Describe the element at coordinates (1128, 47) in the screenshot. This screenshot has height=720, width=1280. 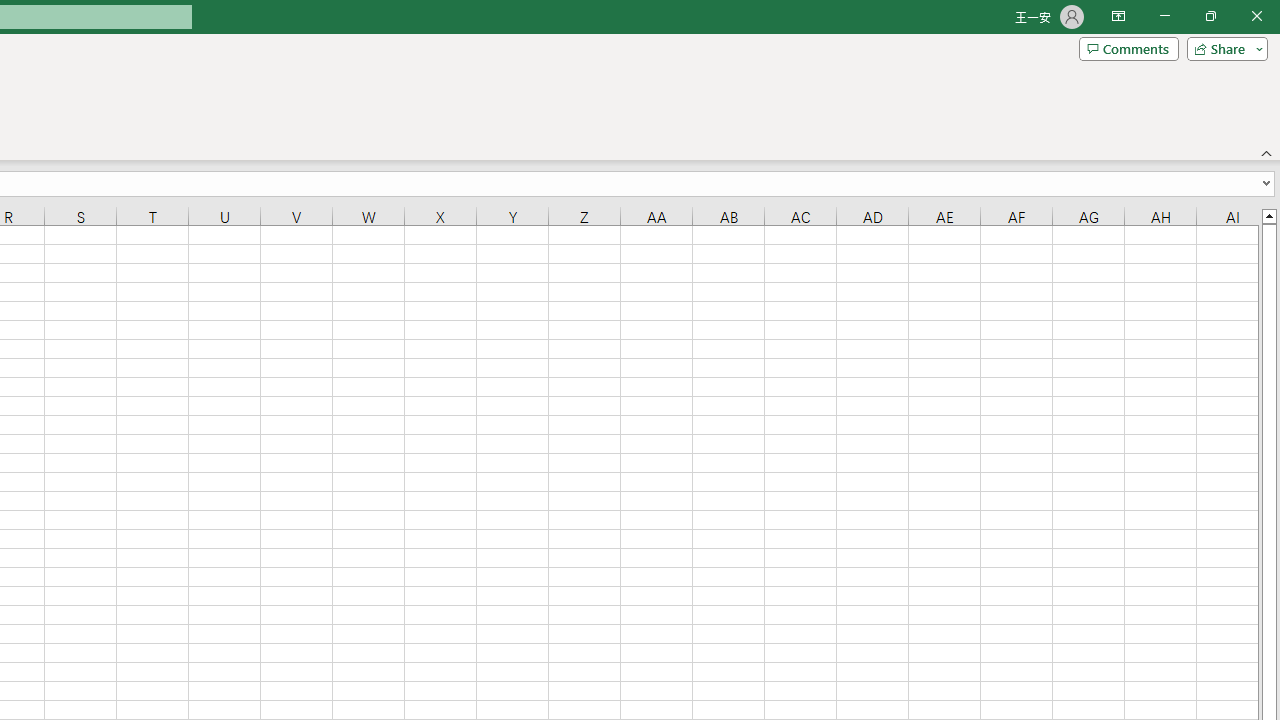
I see `'Comments'` at that location.